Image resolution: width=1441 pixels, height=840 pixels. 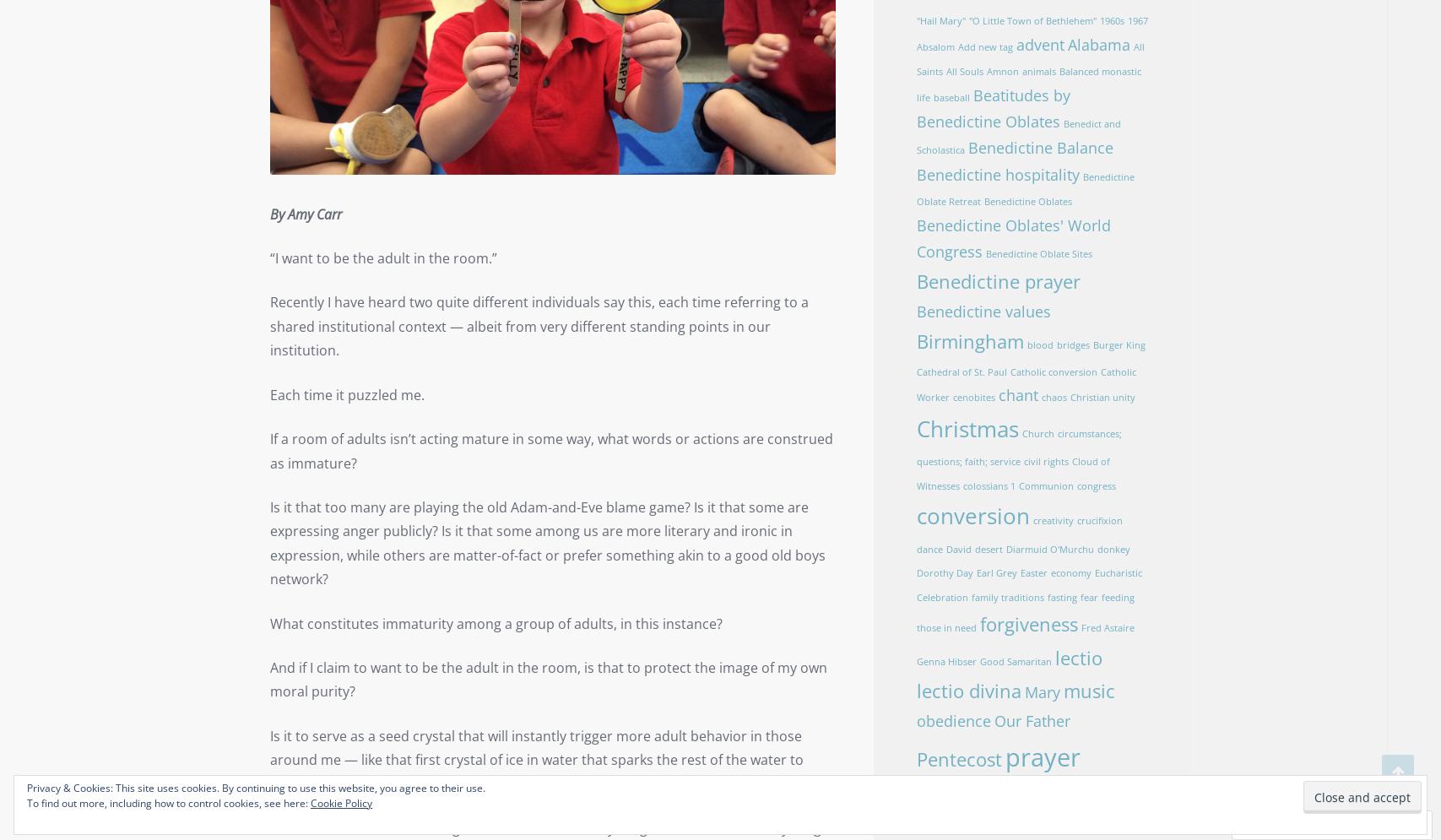 I want to click on '1960s', so click(x=1110, y=20).